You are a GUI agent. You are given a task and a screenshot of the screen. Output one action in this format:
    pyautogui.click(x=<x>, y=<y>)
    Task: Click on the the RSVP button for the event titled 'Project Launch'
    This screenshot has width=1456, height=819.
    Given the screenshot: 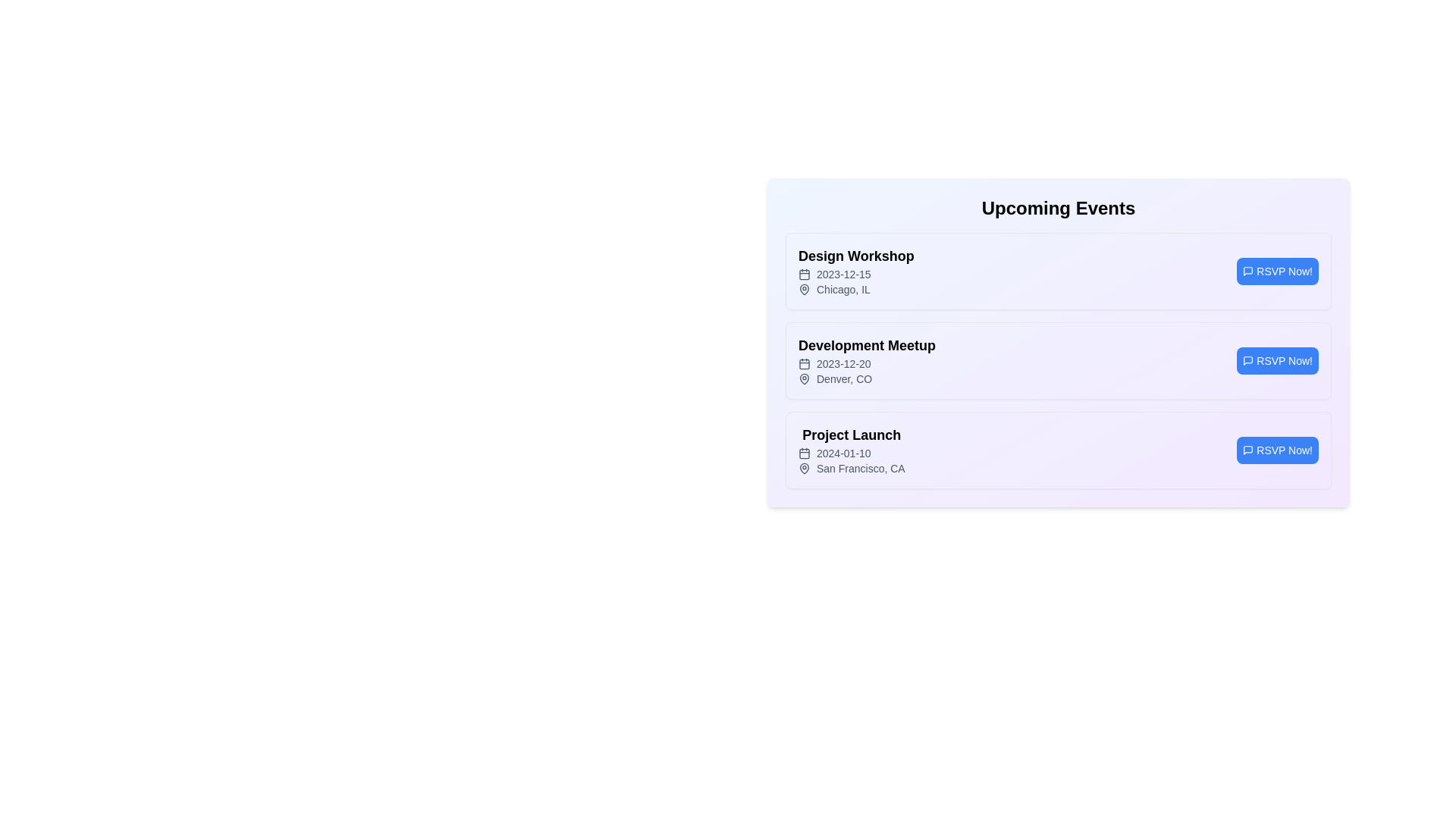 What is the action you would take?
    pyautogui.click(x=1277, y=450)
    